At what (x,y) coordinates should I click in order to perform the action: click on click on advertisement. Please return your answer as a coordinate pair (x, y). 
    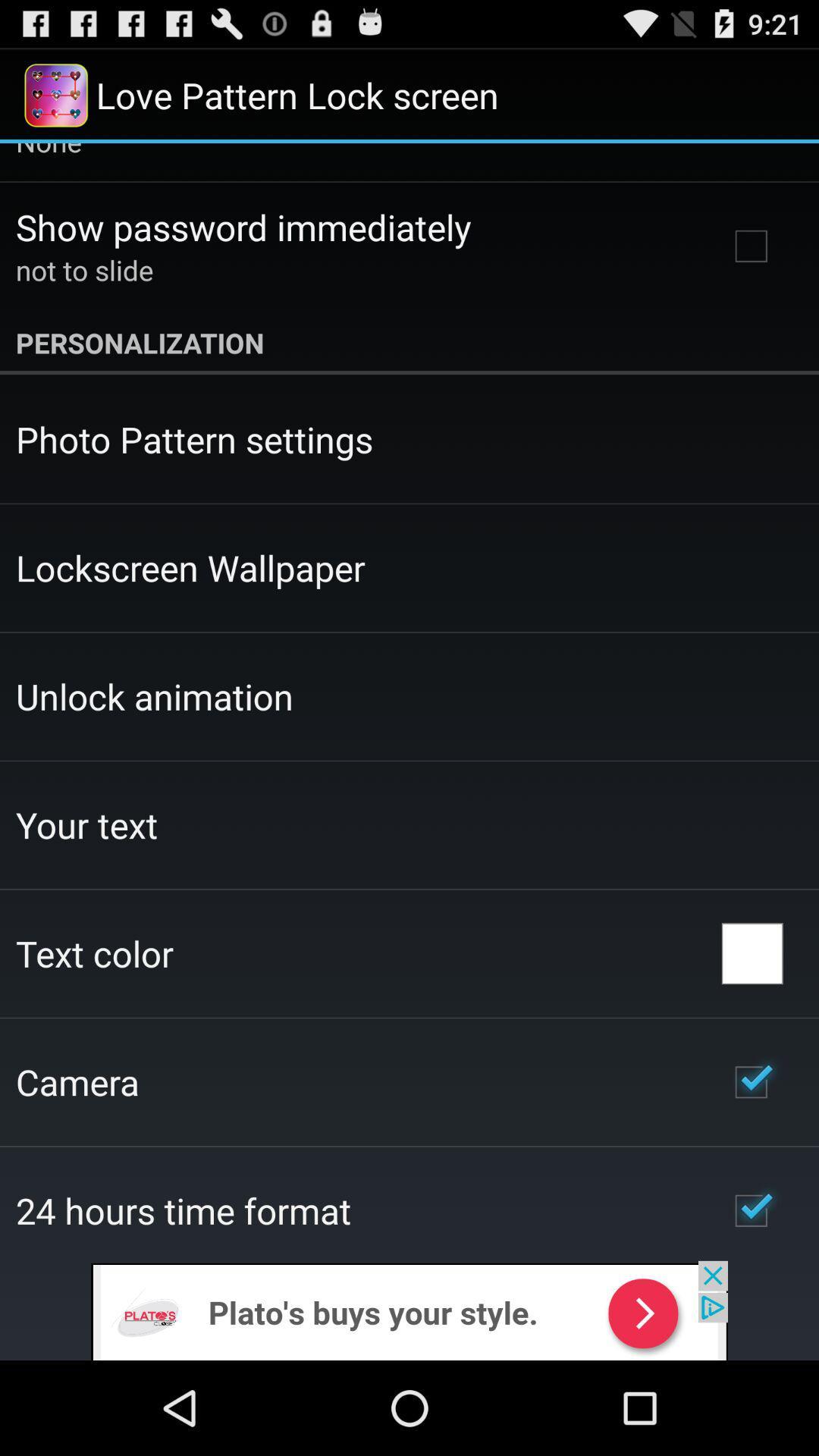
    Looking at the image, I should click on (409, 1310).